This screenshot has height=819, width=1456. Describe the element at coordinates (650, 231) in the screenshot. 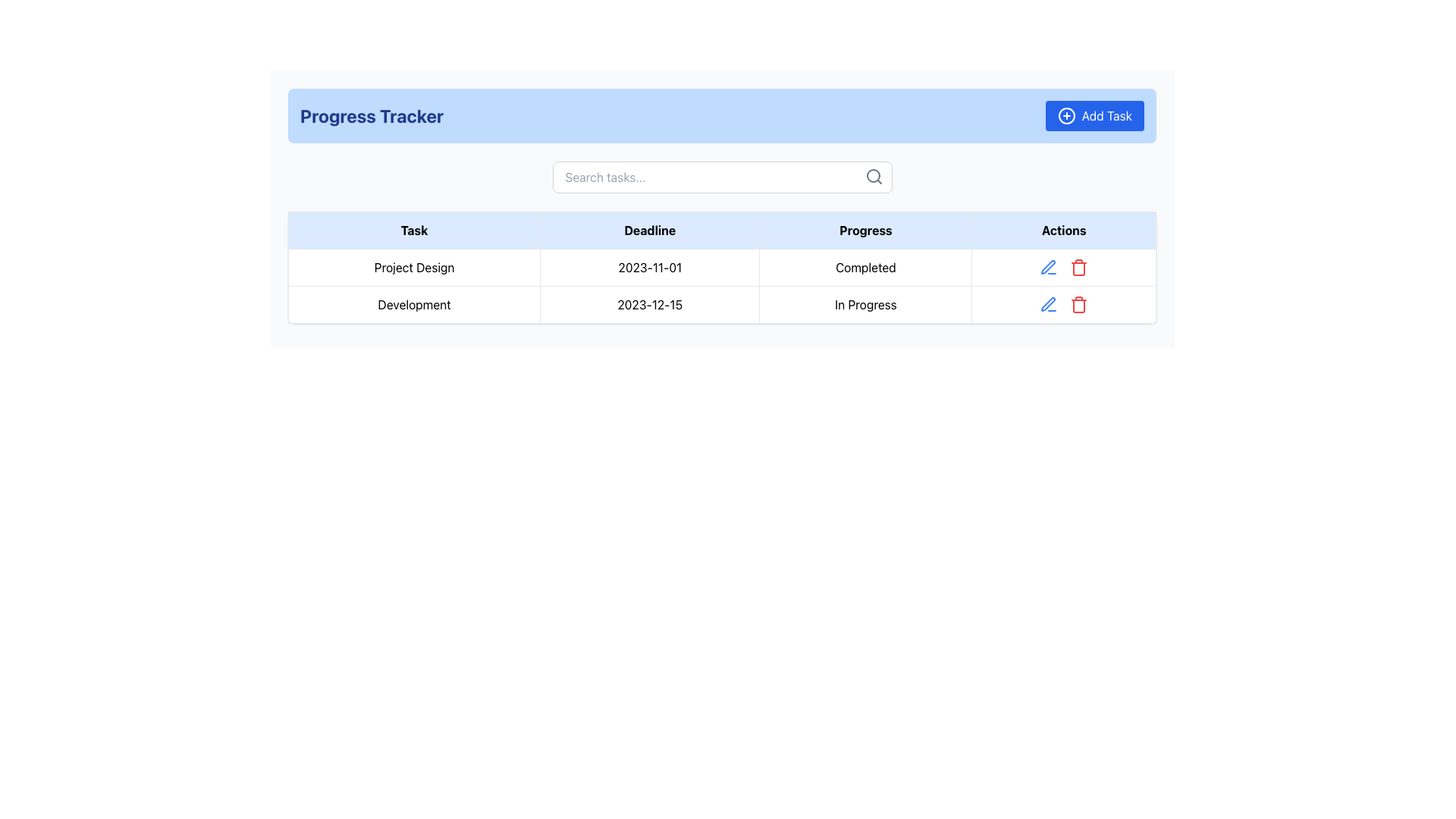

I see `the 'Deadline' header in the table to sort the column, which is the second header positioned between 'Task' and 'Progress' under the 'Progress Tracker' title` at that location.